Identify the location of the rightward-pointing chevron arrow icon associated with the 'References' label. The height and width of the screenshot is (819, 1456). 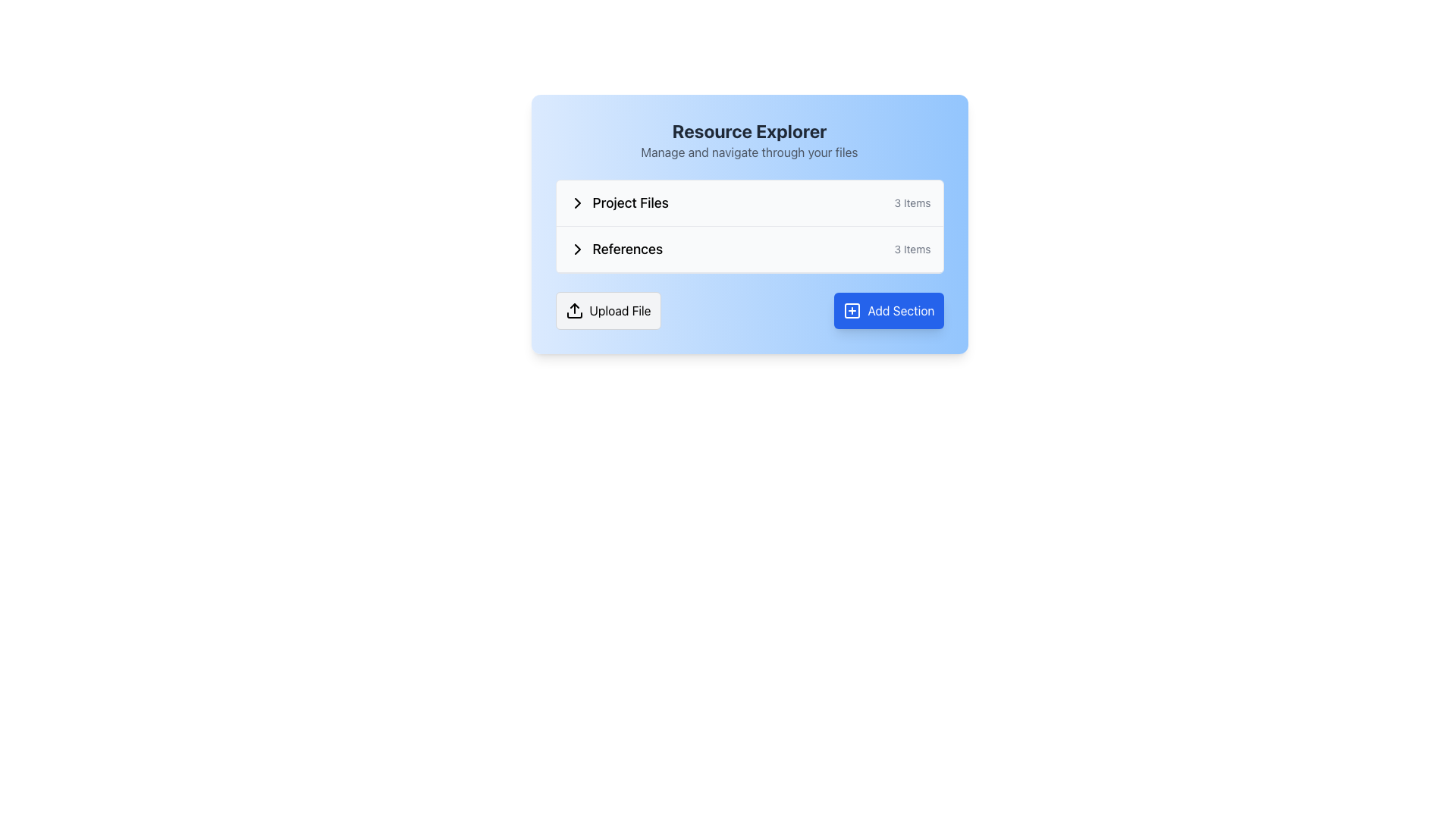
(576, 202).